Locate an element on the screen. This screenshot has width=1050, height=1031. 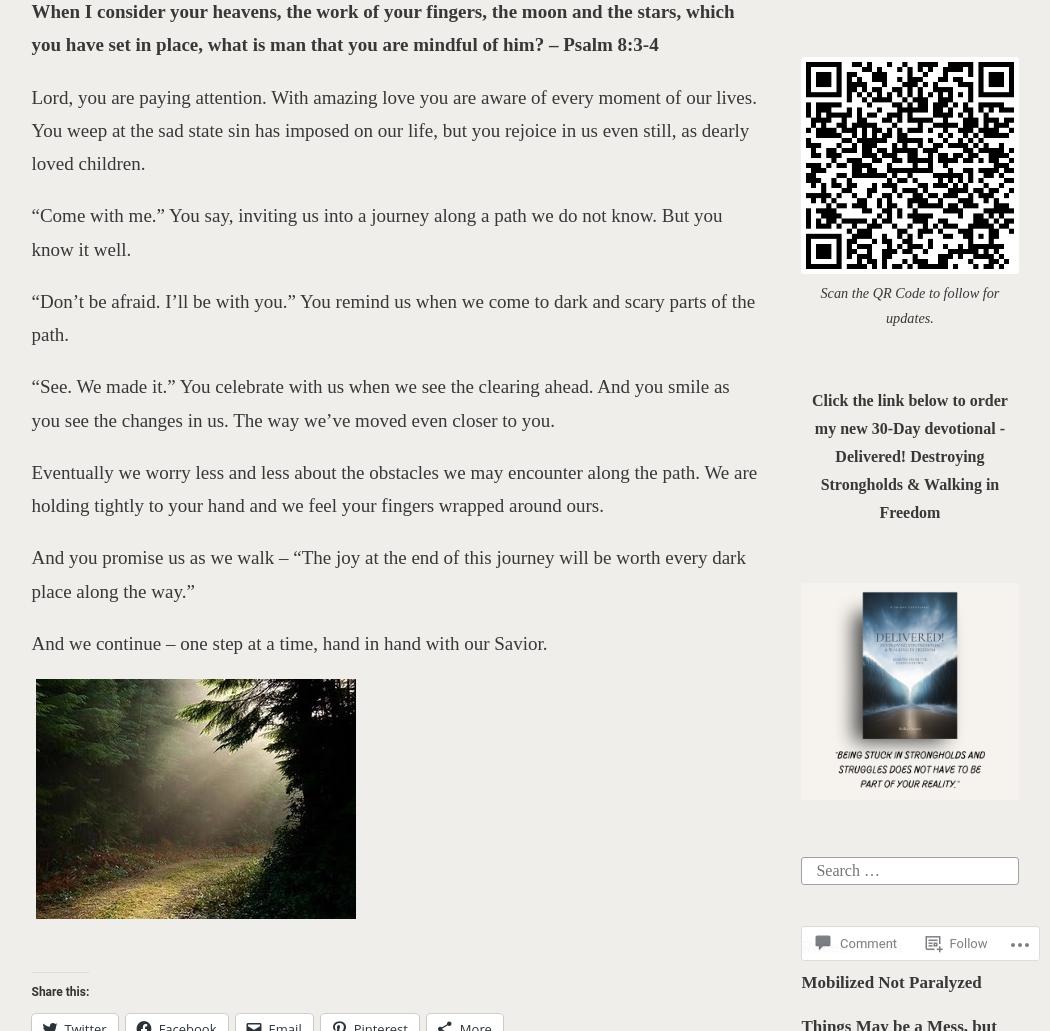
'And we continue – one step at a time, hand in hand with our Savior.' is located at coordinates (290, 642).